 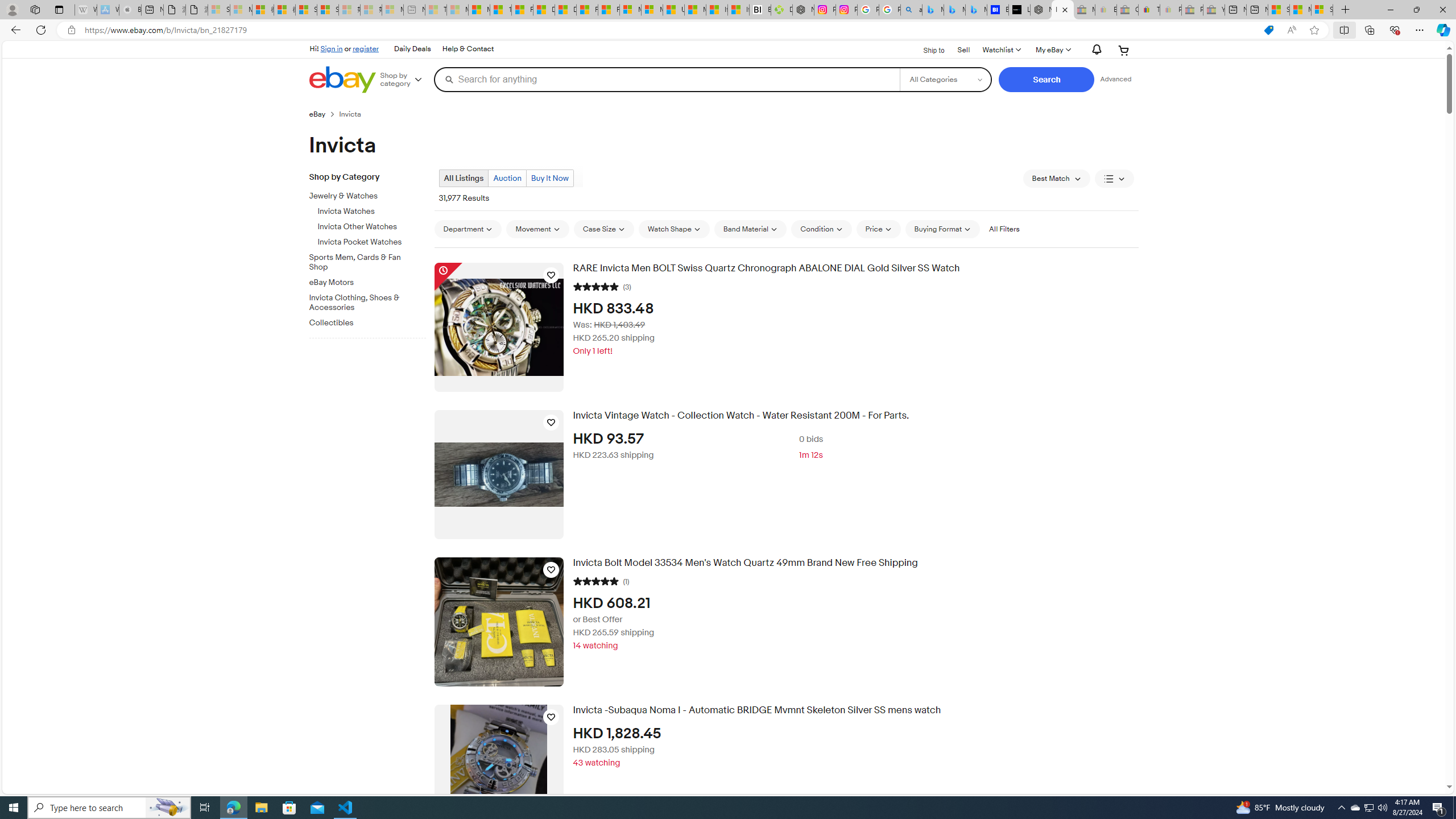 I want to click on 'Help & Contact', so click(x=466, y=48).